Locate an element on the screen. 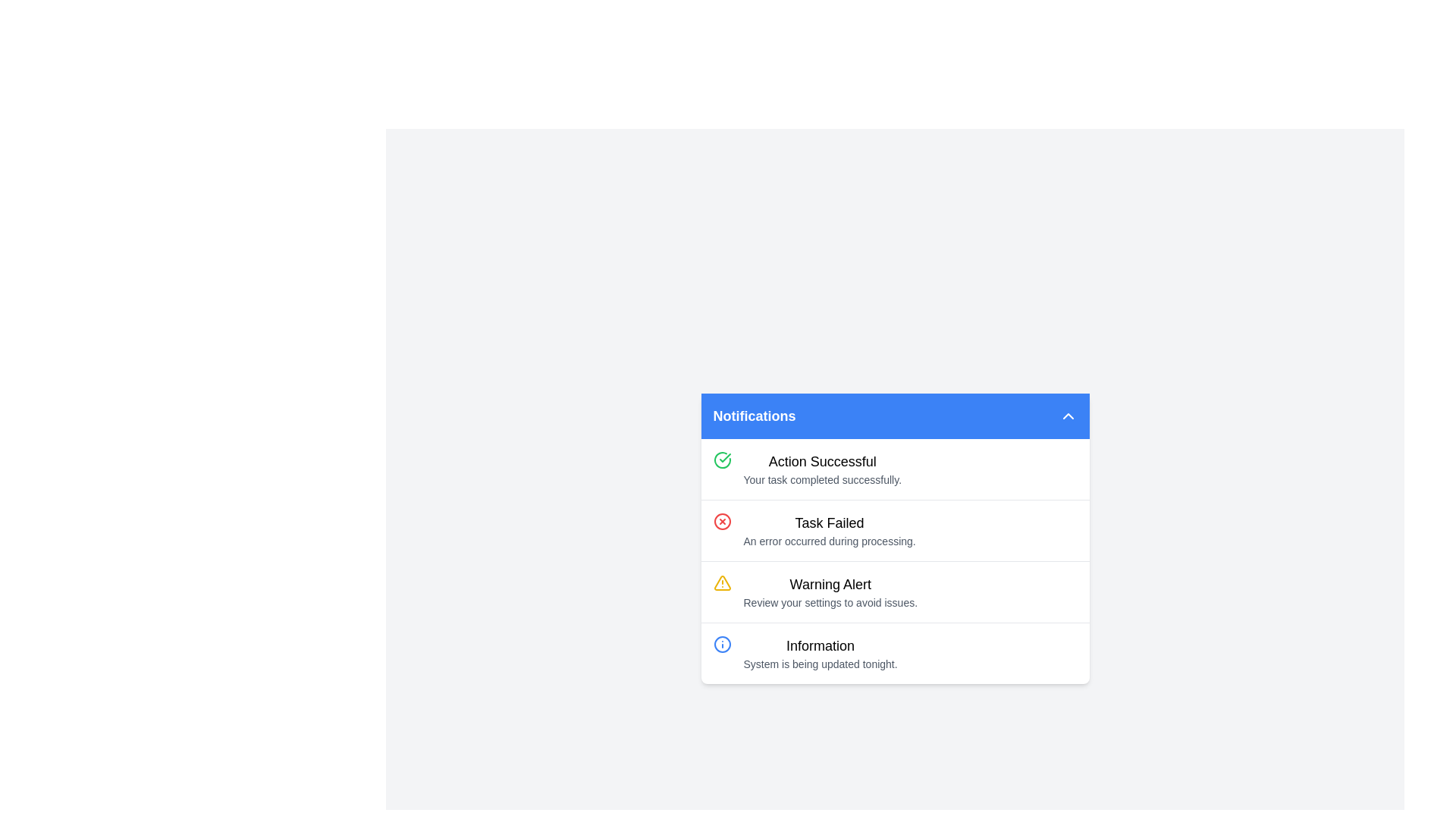 This screenshot has width=1456, height=819. the text label that provides an update message about a system update, located under the title 'Information' in the notification panel is located at coordinates (820, 663).